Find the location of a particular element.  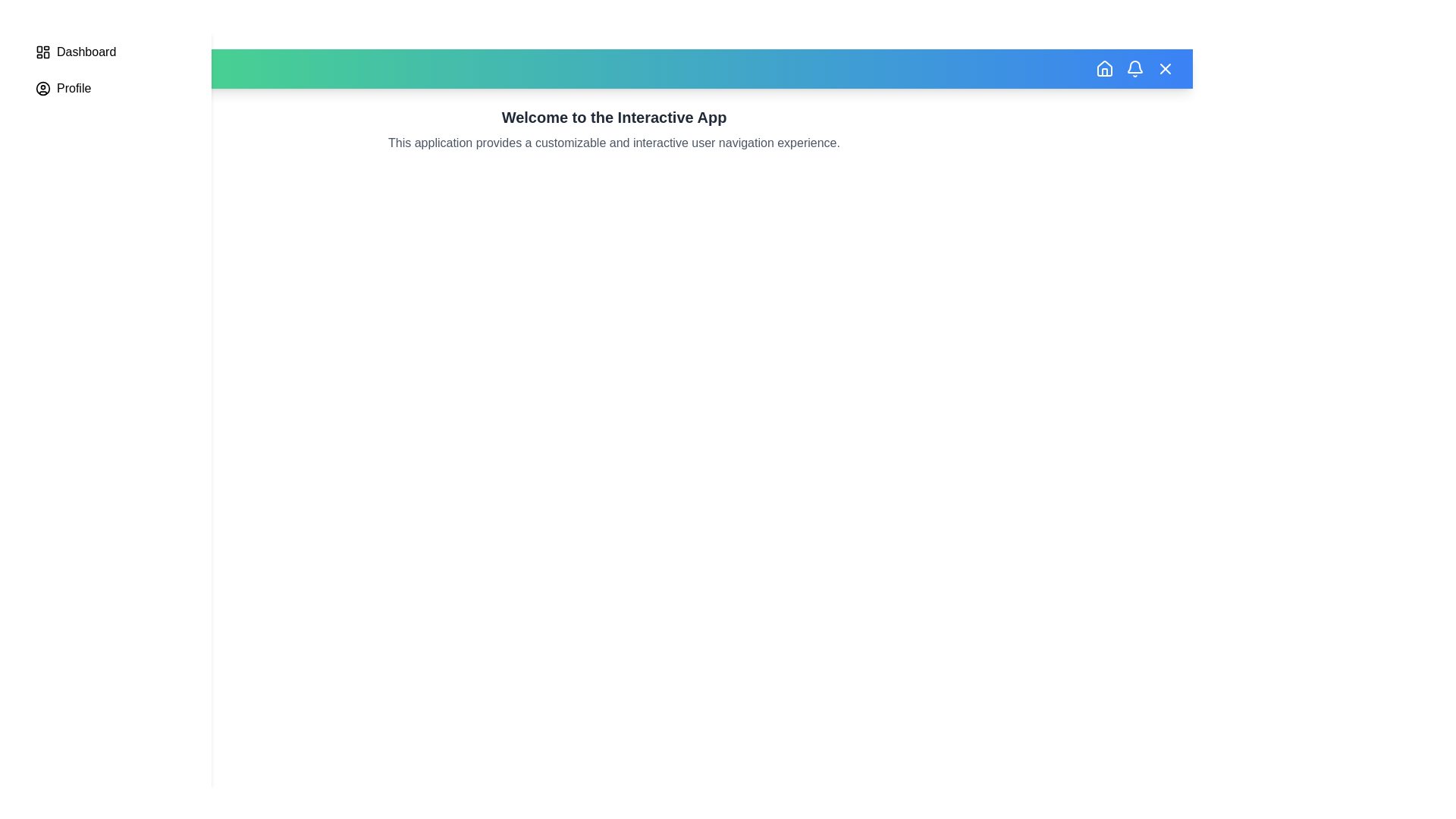

the active section is located at coordinates (86, 52).